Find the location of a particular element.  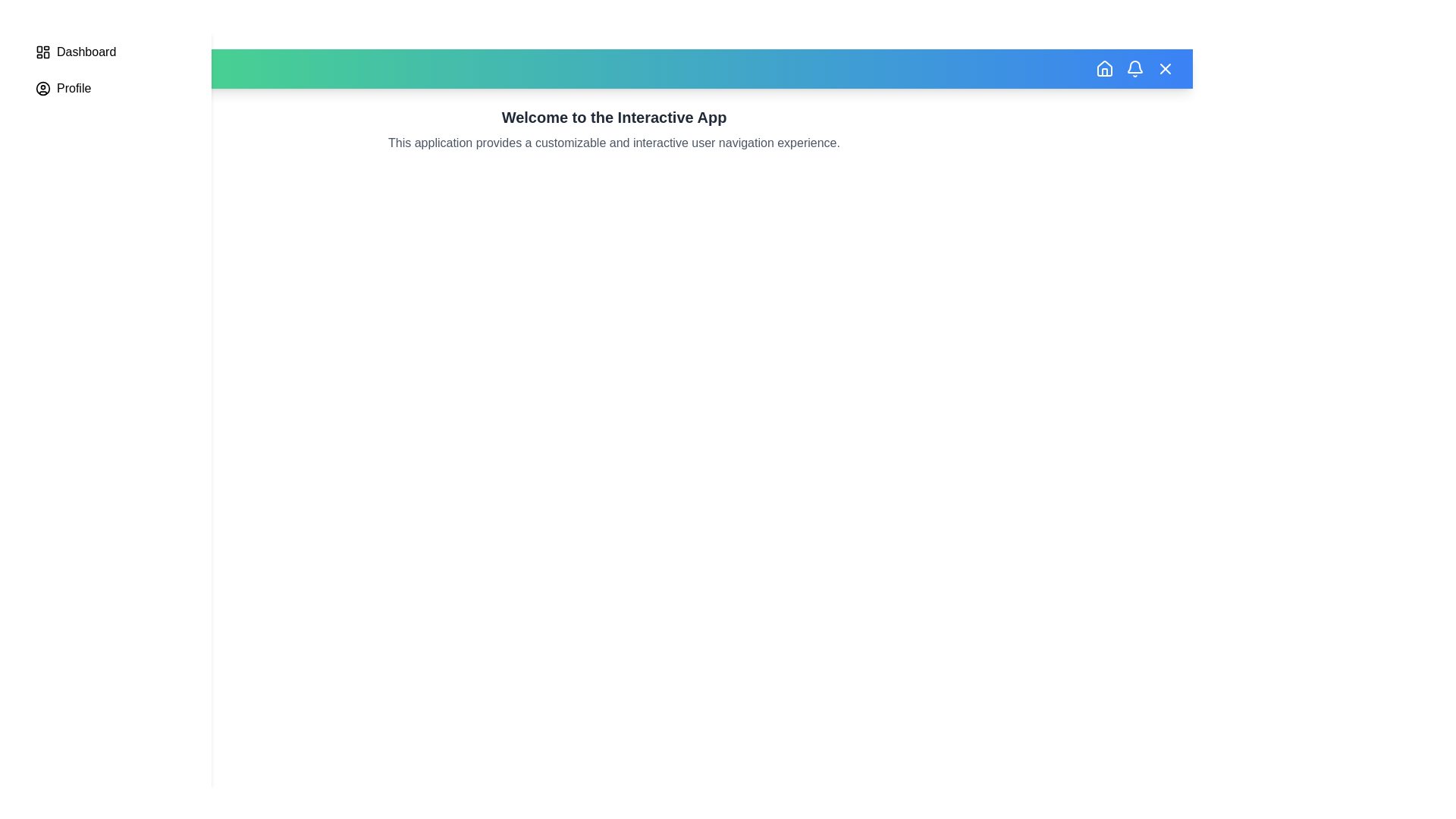

the active section is located at coordinates (86, 52).